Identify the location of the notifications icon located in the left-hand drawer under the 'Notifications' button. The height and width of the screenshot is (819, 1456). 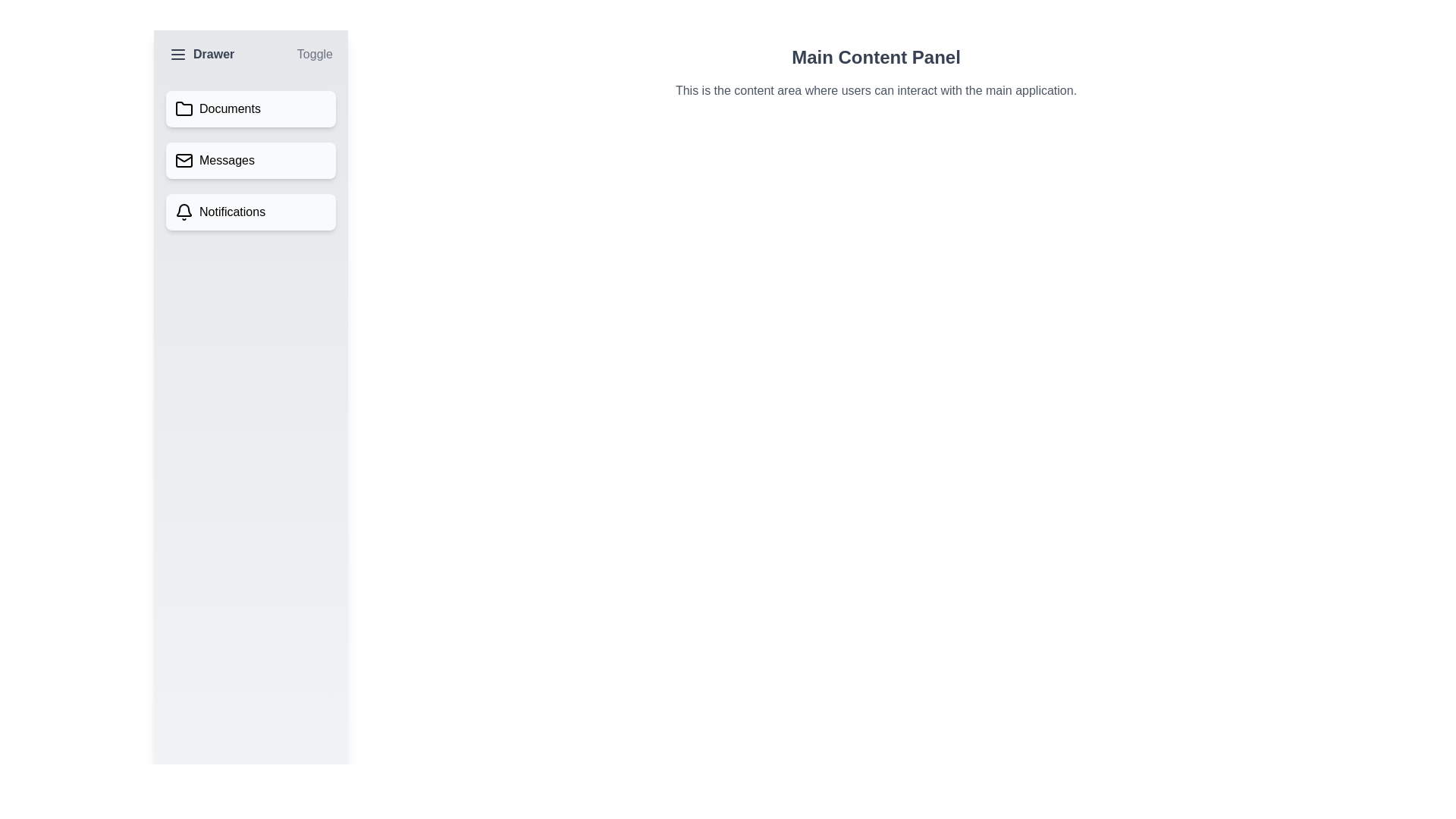
(184, 210).